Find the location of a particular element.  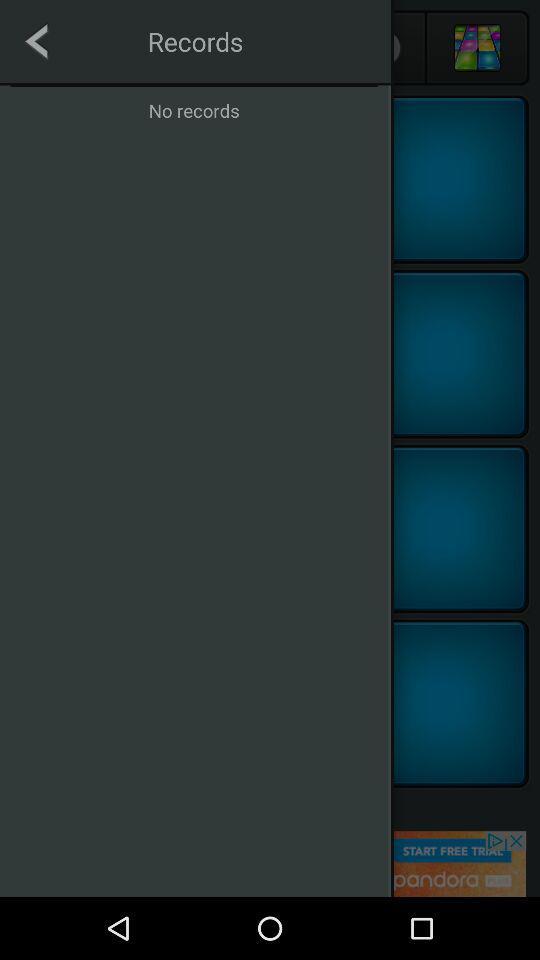

the group icon is located at coordinates (270, 47).